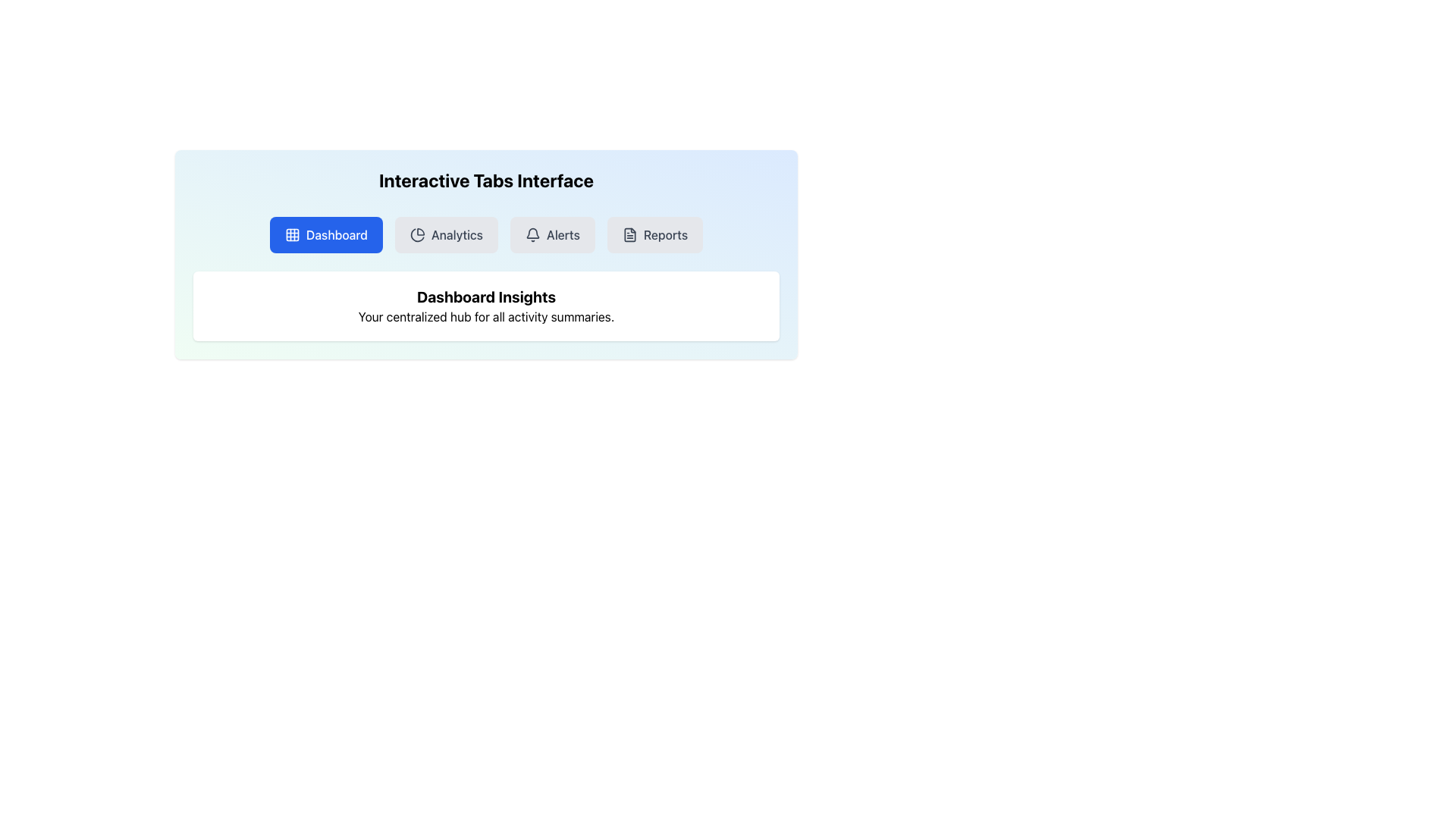  Describe the element at coordinates (532, 233) in the screenshot. I see `the functionality of the bell icon in the Alerts section of the navigation bar at the top of the interface` at that location.